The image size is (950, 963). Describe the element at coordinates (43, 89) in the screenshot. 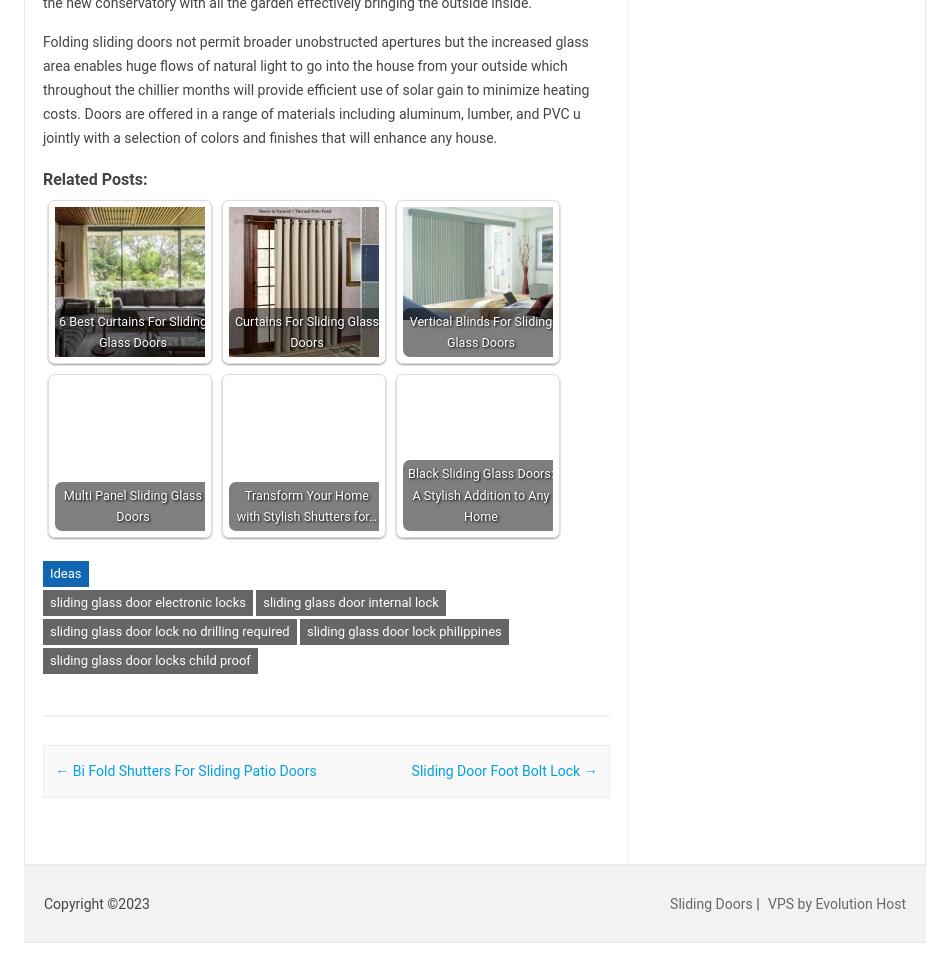

I see `'Folding sliding doors not permit broader unobstructed apertures but the increased glass area enables huge flows of natural light to go into the house from your outside which throughout the chillier months will provide efficient use of solar gain to minimize heating costs. Doors are offered in a range of materials including aluminum, lumber, and PVC u jointly with a selection of colors and finishes that will enhance any house.'` at that location.